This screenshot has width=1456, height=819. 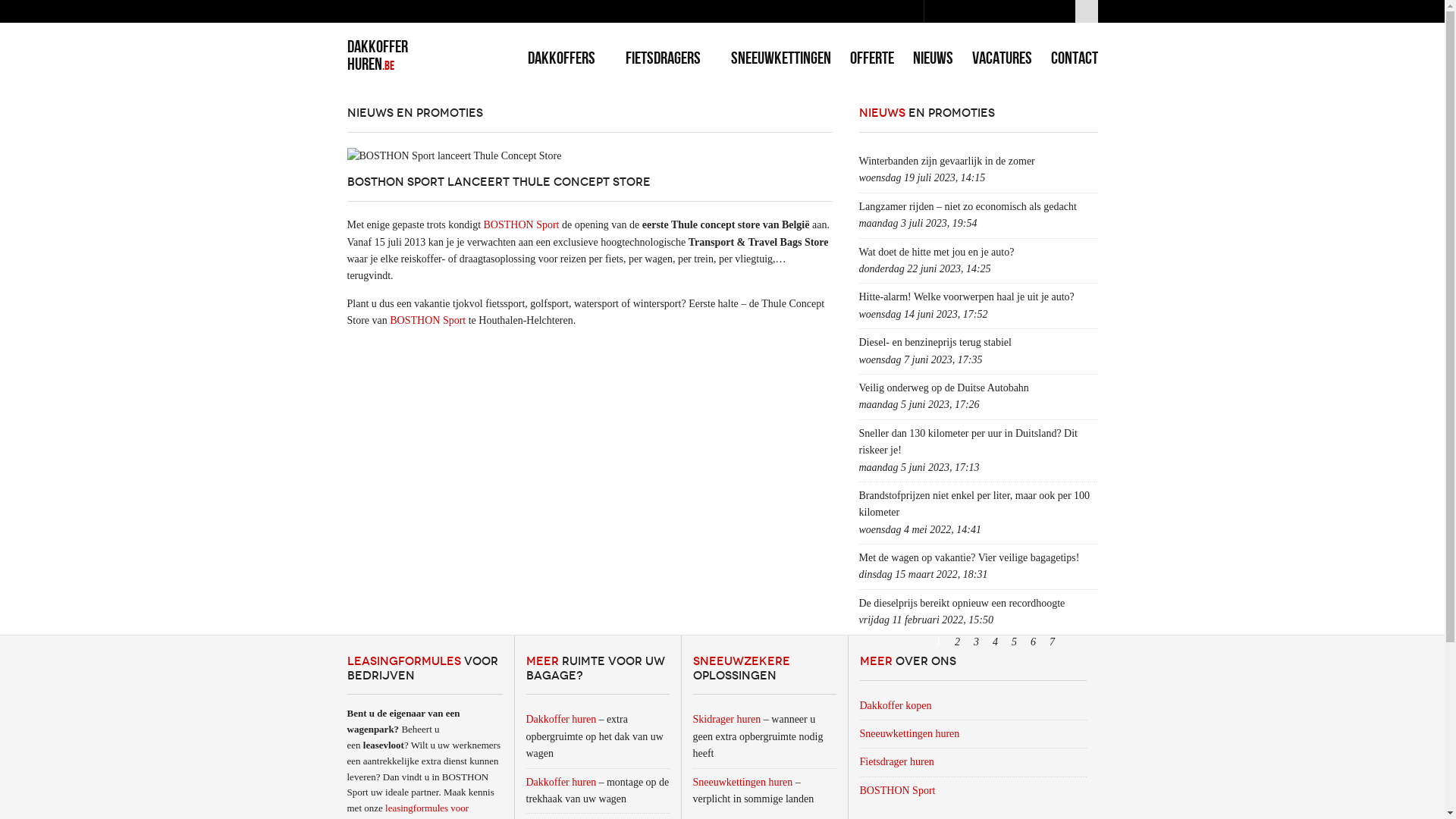 What do you see at coordinates (934, 342) in the screenshot?
I see `'Diesel- en benzineprijs terug stabiel'` at bounding box center [934, 342].